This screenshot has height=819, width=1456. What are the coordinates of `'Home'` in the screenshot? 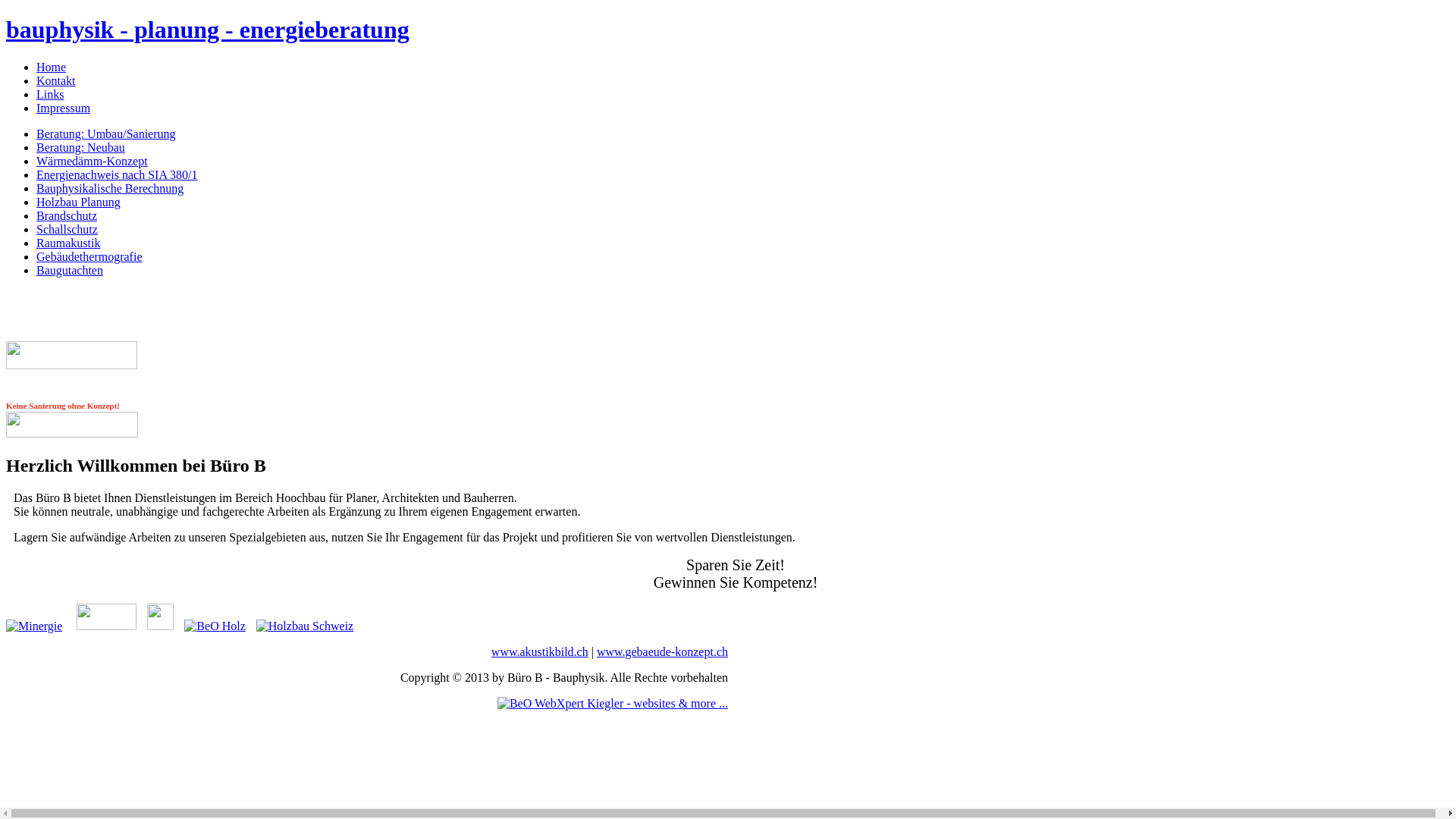 It's located at (36, 66).